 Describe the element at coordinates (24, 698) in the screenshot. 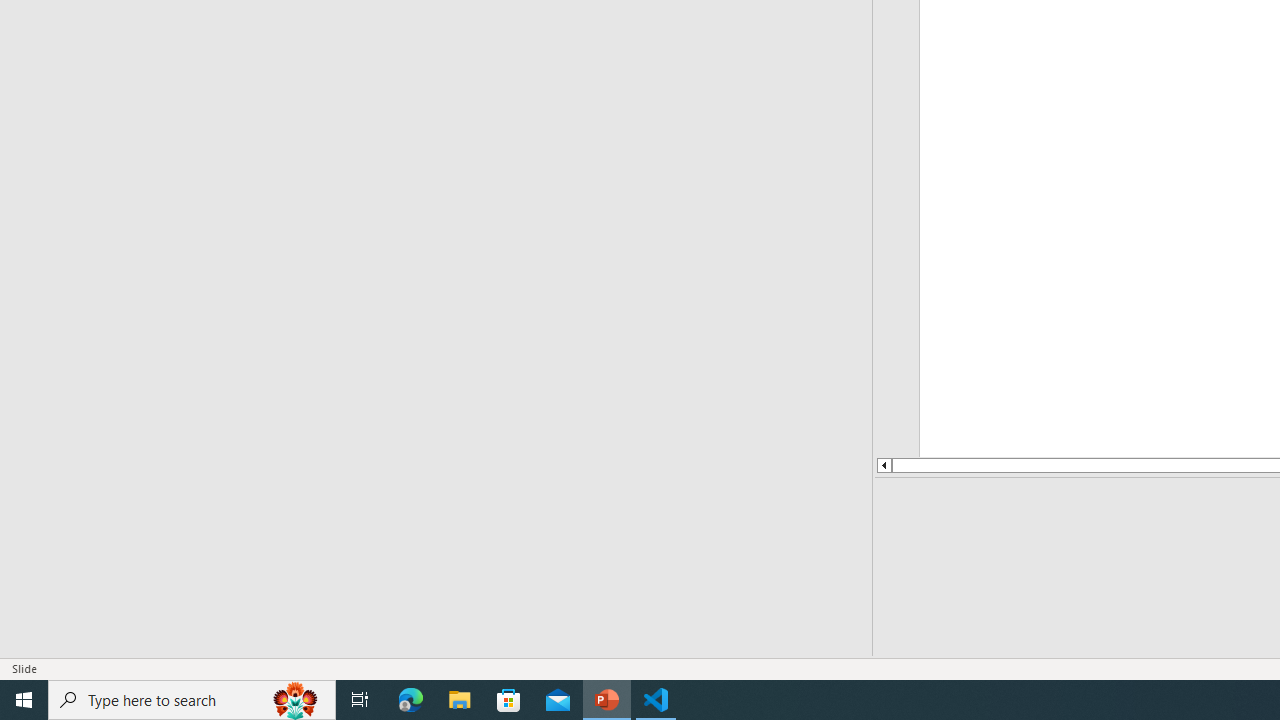

I see `'Start'` at that location.